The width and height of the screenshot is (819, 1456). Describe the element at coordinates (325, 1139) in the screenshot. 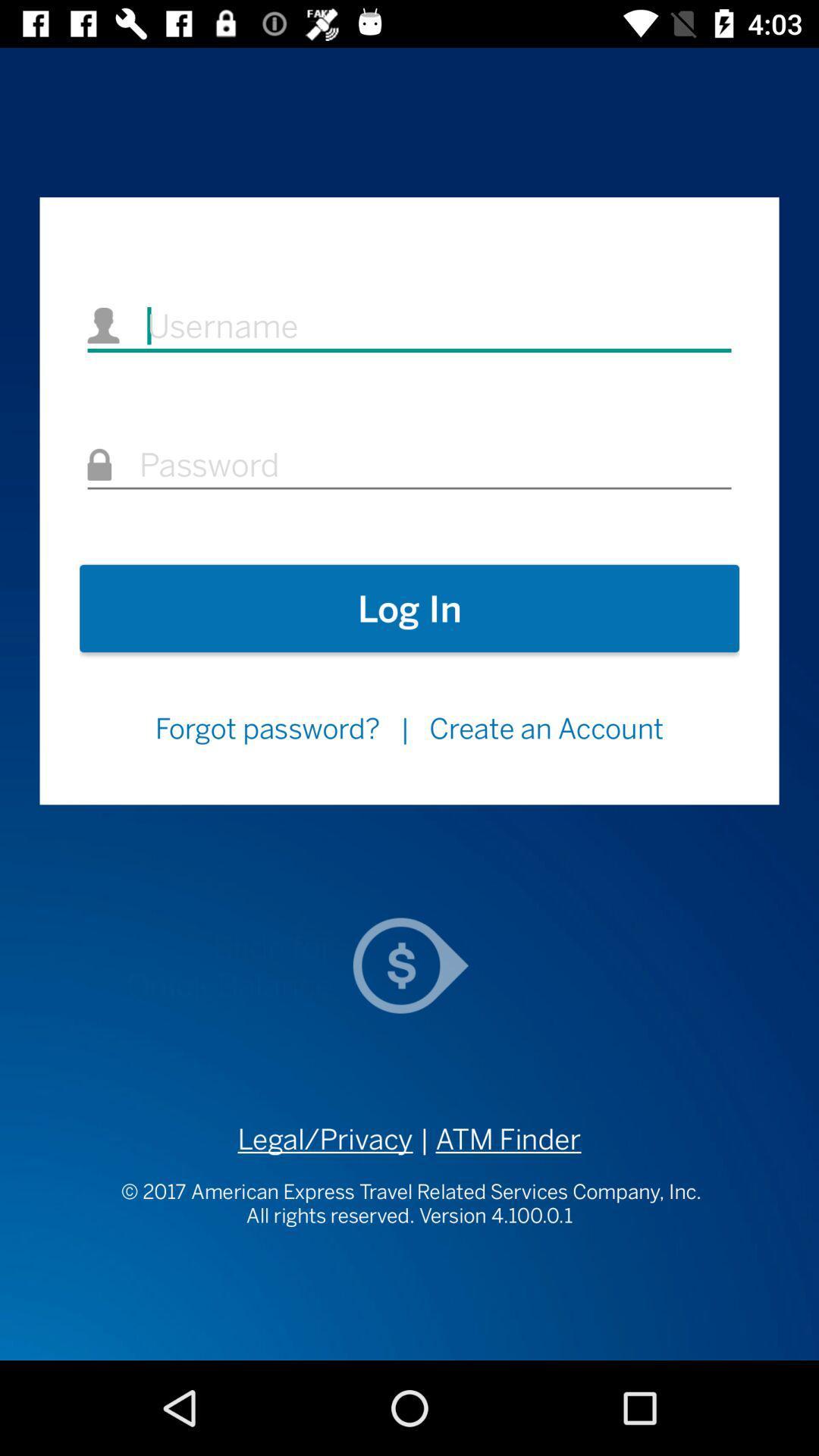

I see `icon above the 2017 american express` at that location.